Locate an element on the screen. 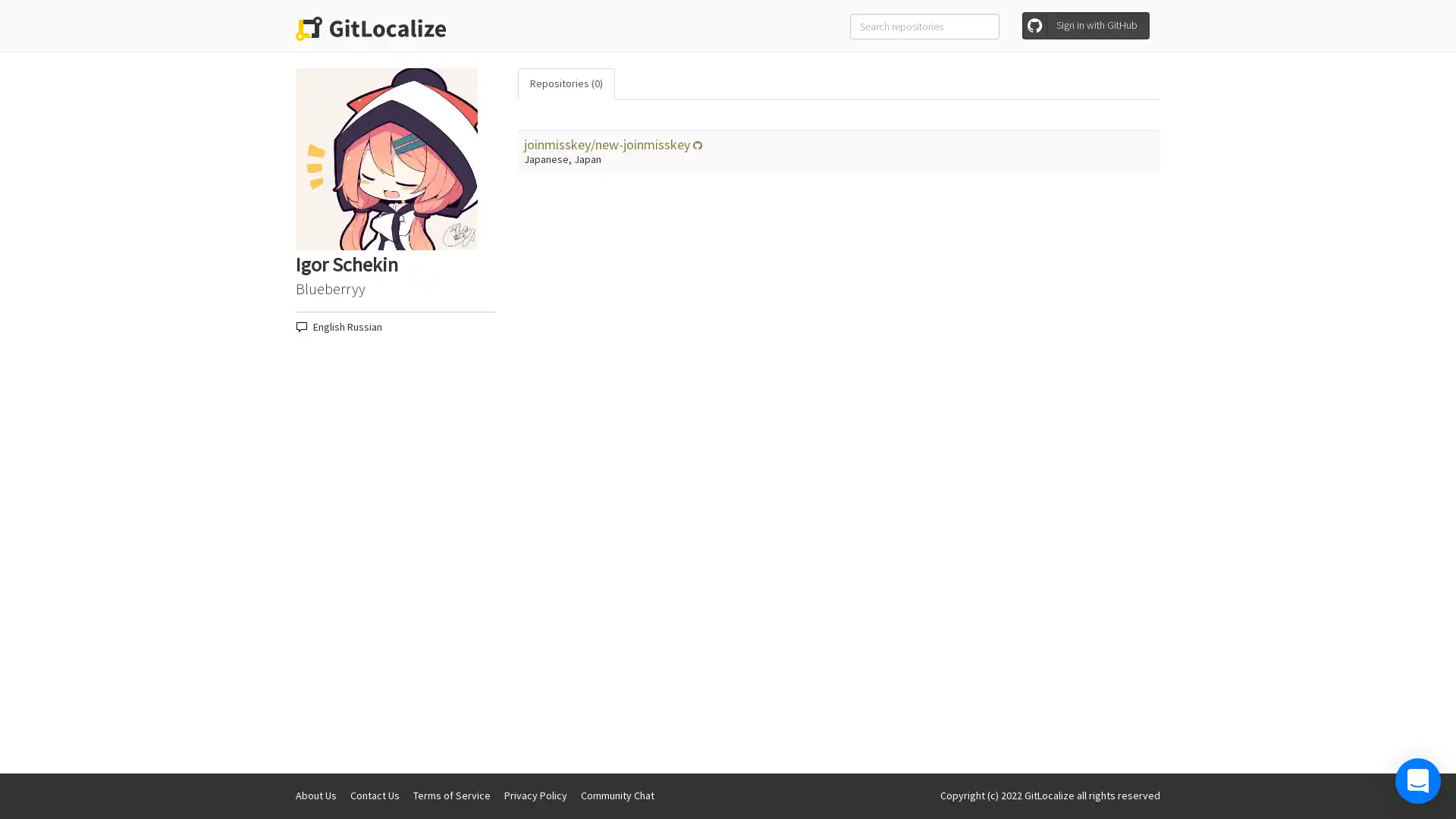 The height and width of the screenshot is (819, 1456). Open Intercom Messenger is located at coordinates (1417, 780).